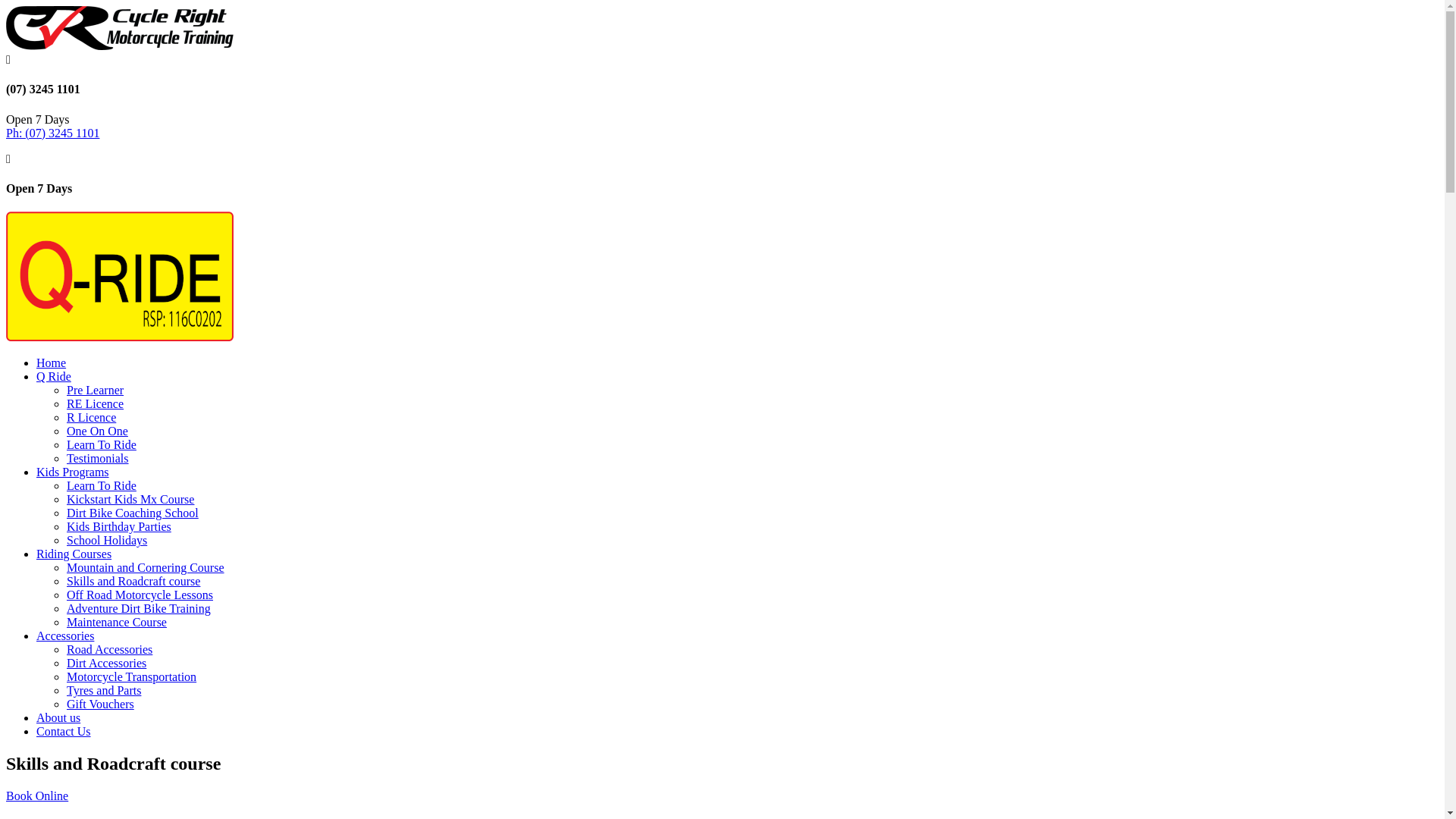 The width and height of the screenshot is (1456, 819). What do you see at coordinates (65, 580) in the screenshot?
I see `'Skills and Roadcraft course'` at bounding box center [65, 580].